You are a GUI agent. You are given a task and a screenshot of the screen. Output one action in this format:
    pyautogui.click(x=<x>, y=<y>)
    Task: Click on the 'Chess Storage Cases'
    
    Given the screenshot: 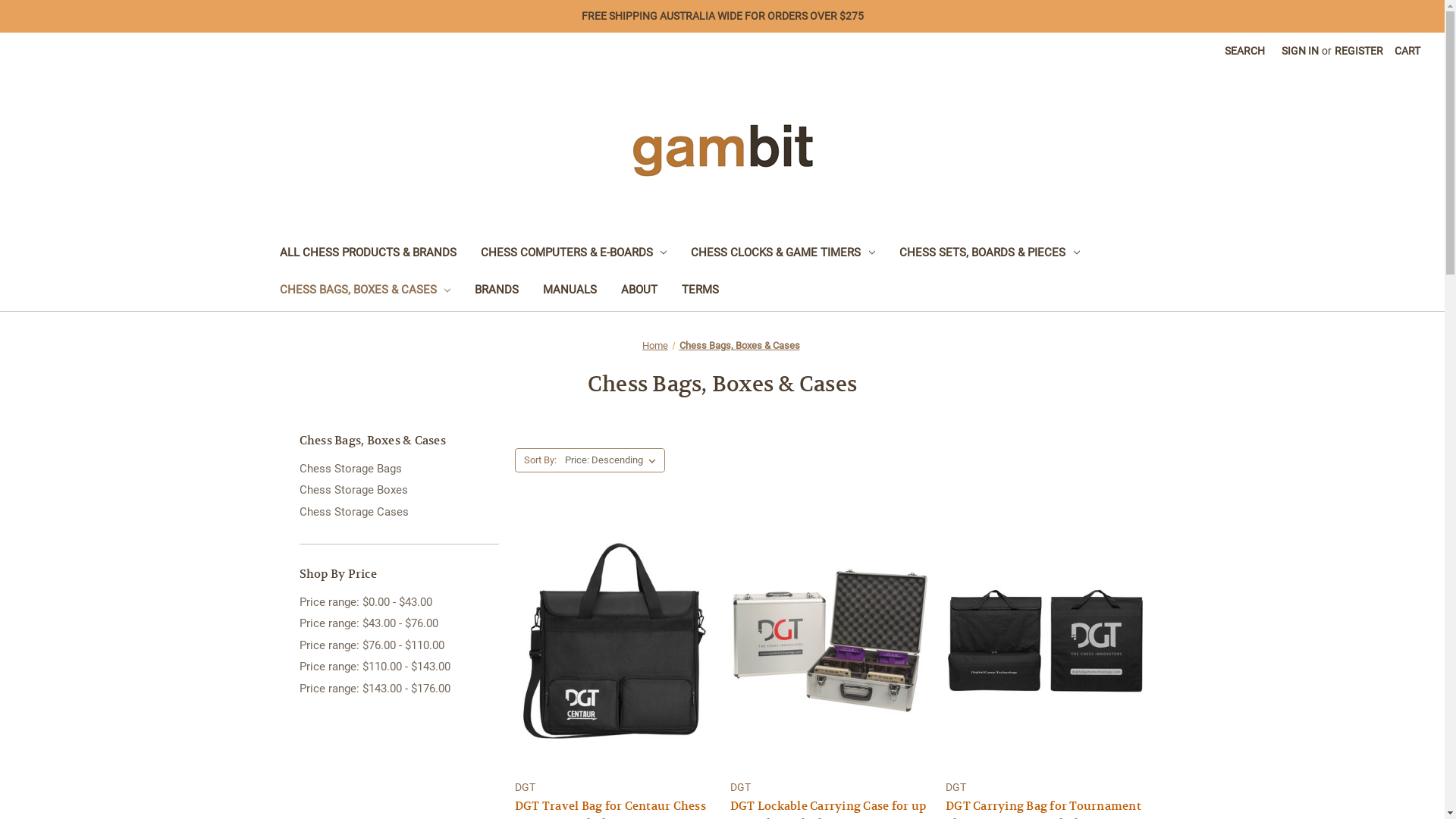 What is the action you would take?
    pyautogui.click(x=398, y=512)
    